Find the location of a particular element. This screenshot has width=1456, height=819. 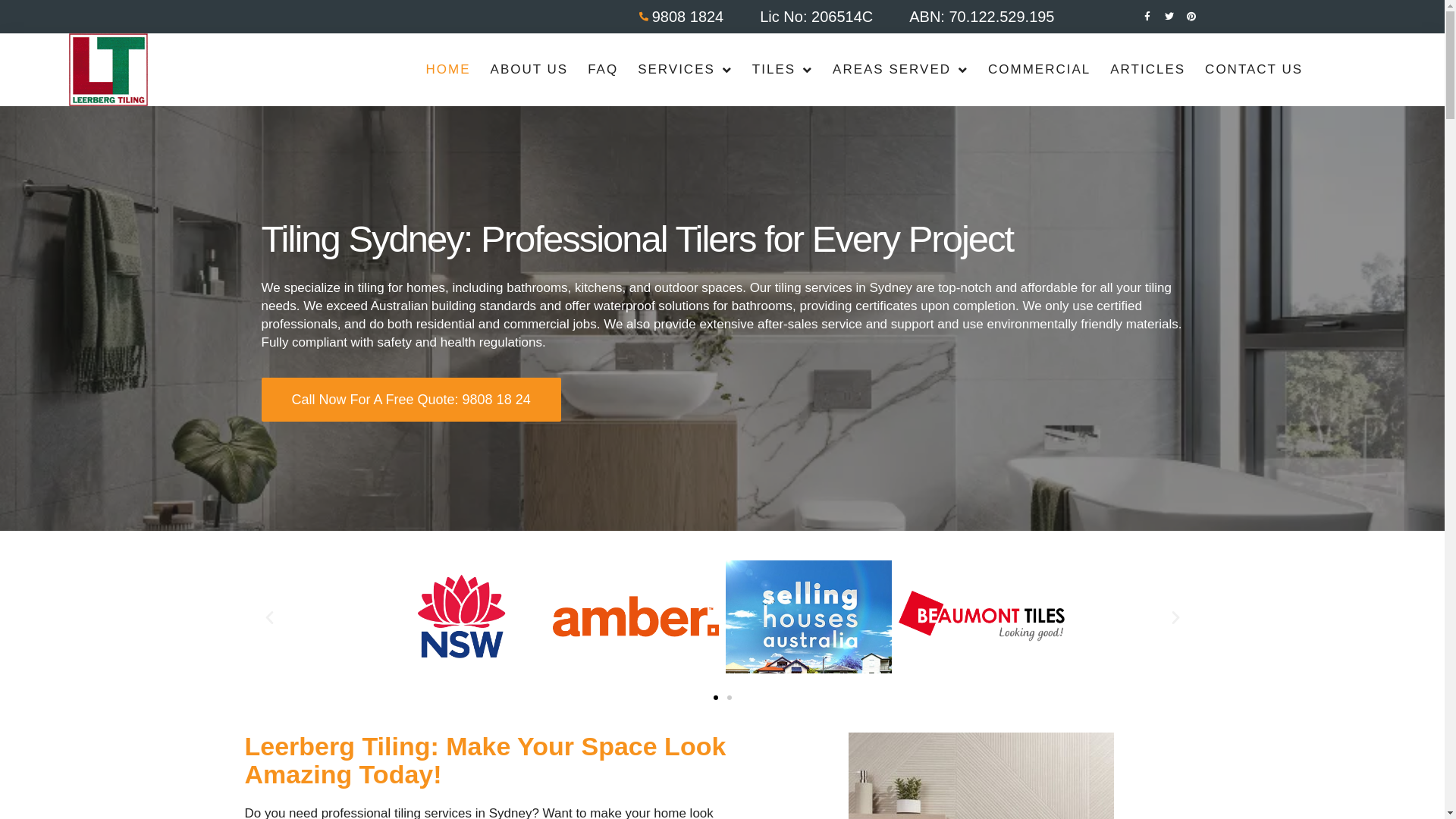

'ABOUT US' is located at coordinates (479, 70).